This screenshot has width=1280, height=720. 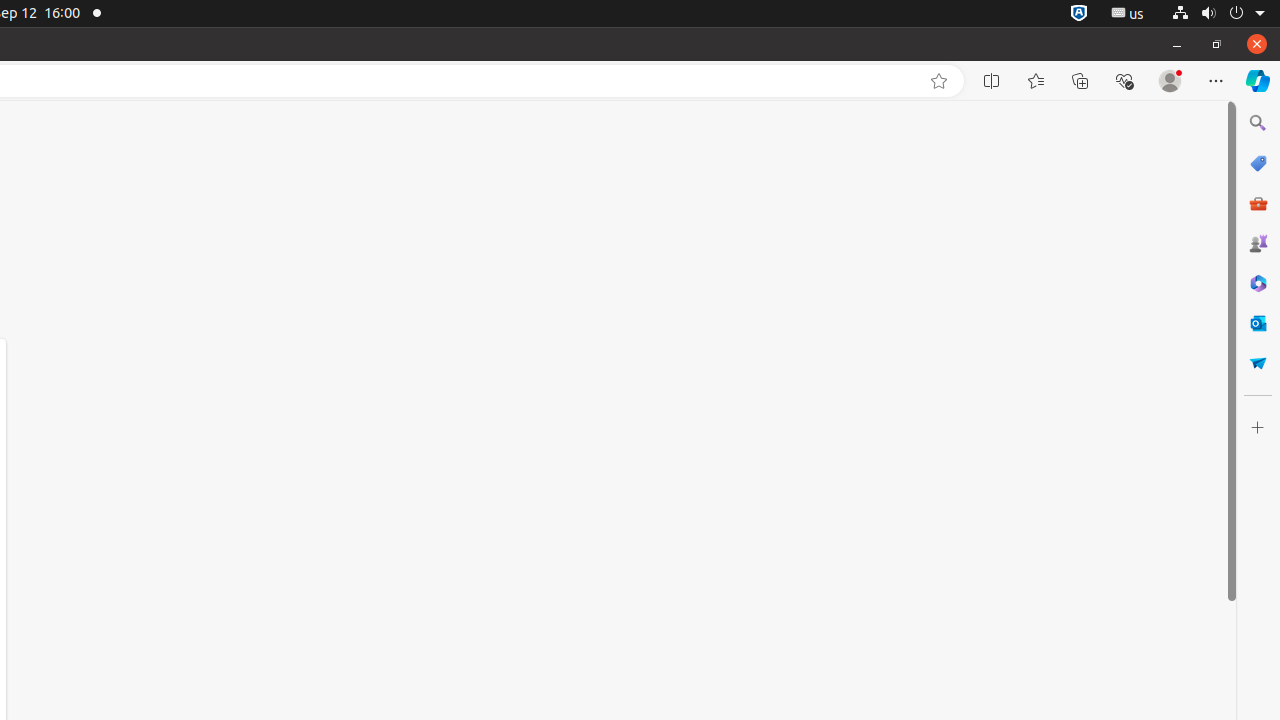 What do you see at coordinates (1256, 426) in the screenshot?
I see `'Customize'` at bounding box center [1256, 426].